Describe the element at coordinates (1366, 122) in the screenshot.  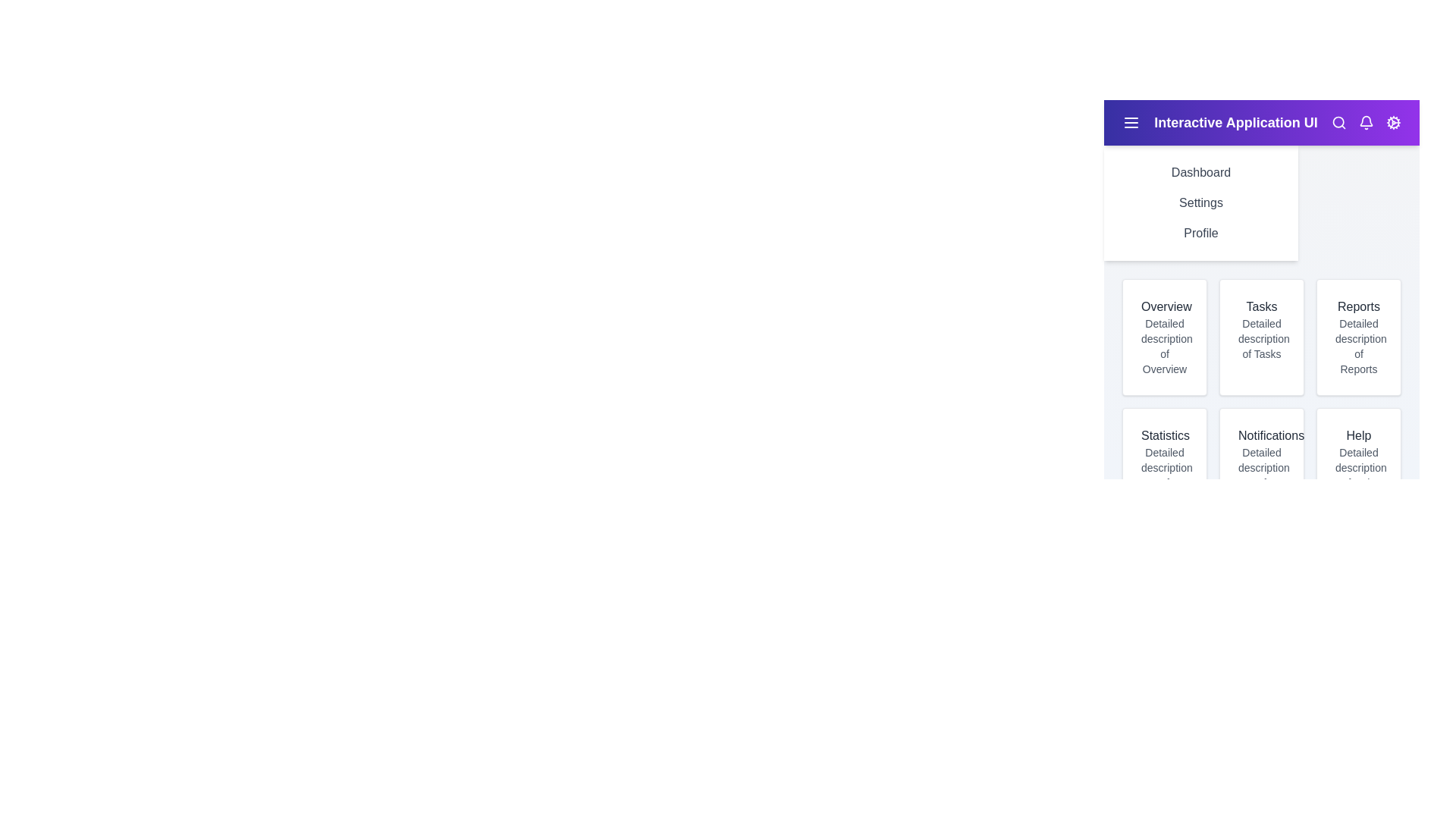
I see `the bell icon to view notifications` at that location.